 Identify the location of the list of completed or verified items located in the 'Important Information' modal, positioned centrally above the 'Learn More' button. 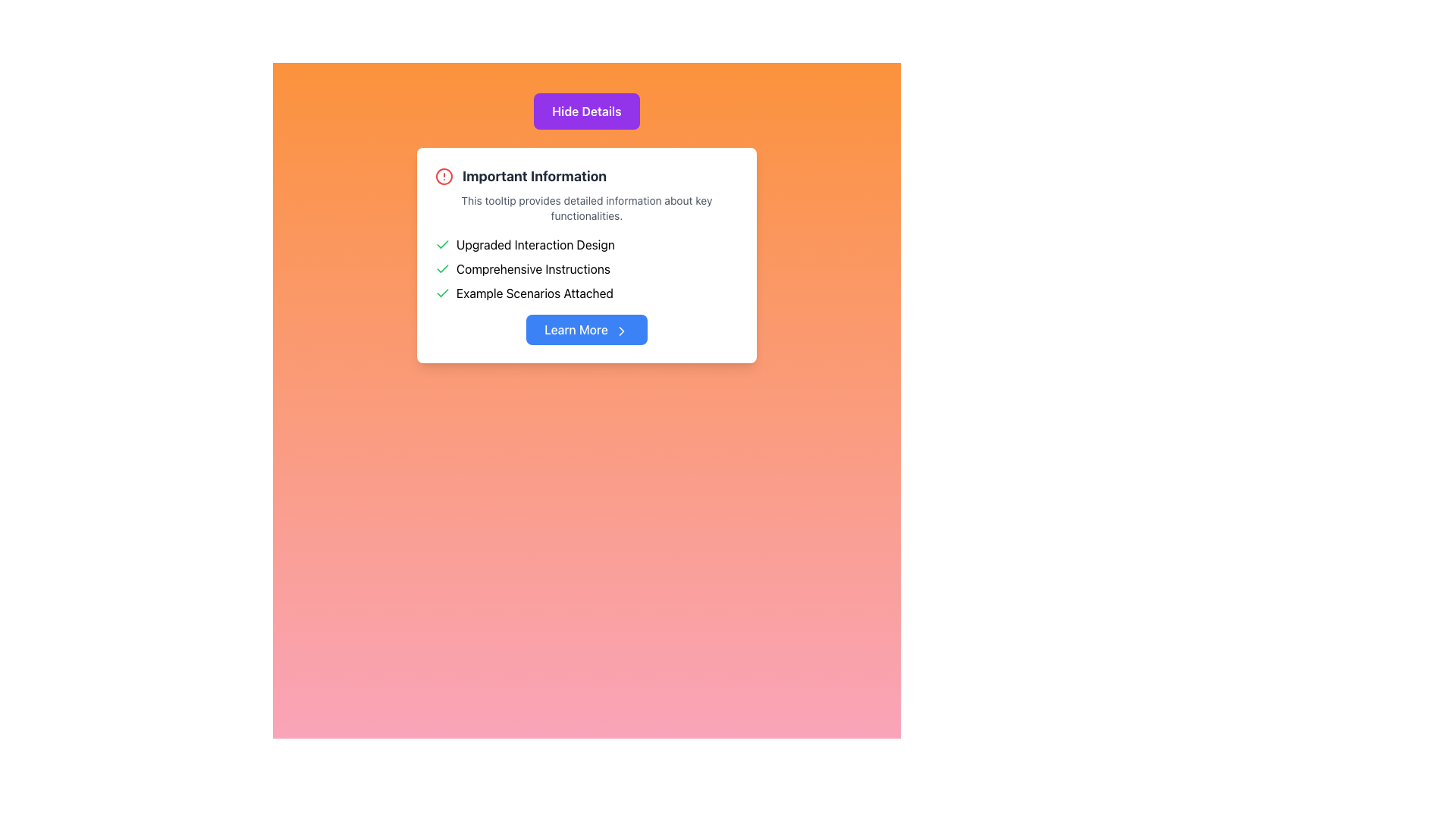
(585, 268).